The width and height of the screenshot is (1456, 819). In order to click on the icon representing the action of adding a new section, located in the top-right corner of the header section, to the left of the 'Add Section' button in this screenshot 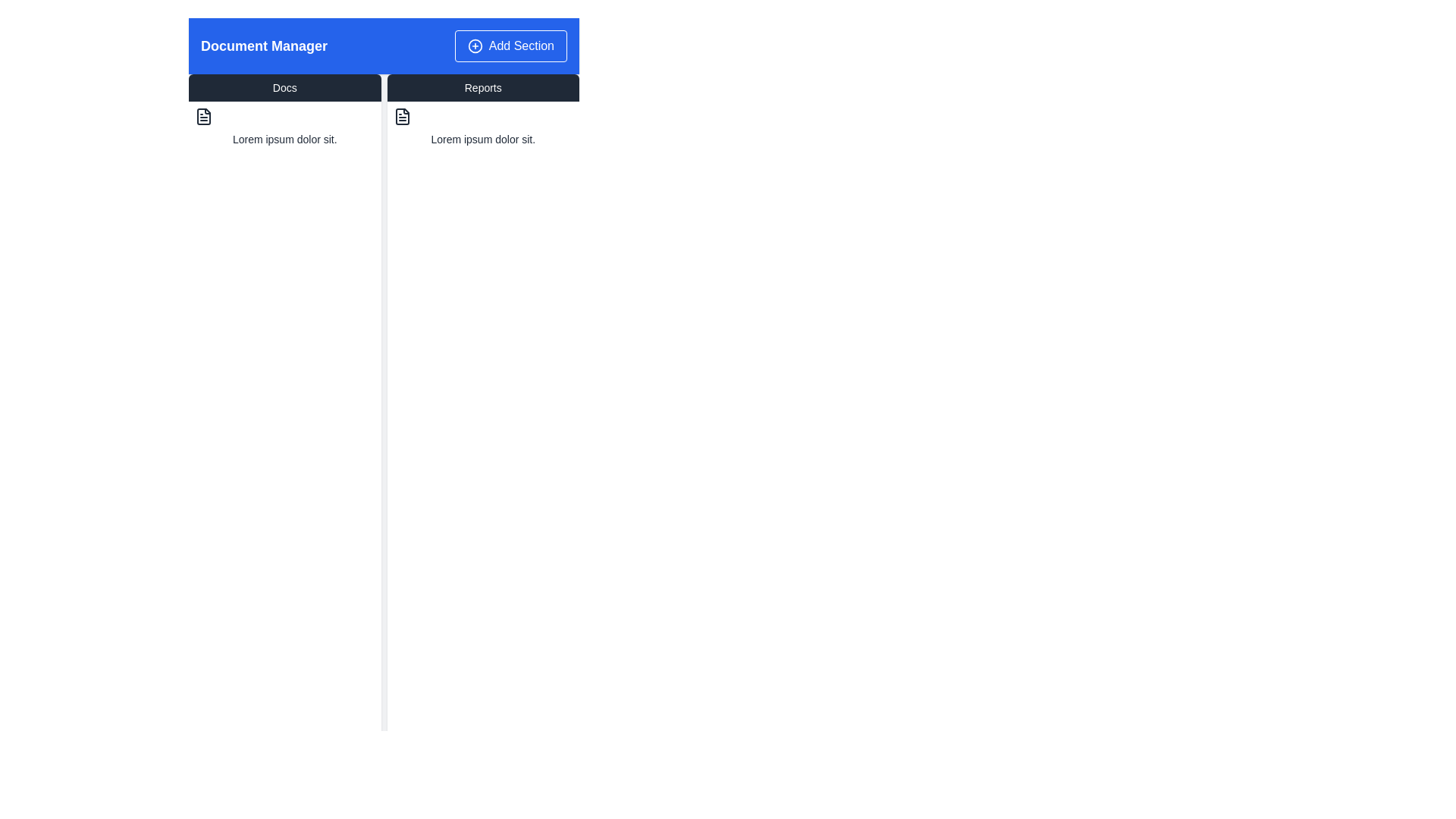, I will do `click(474, 45)`.